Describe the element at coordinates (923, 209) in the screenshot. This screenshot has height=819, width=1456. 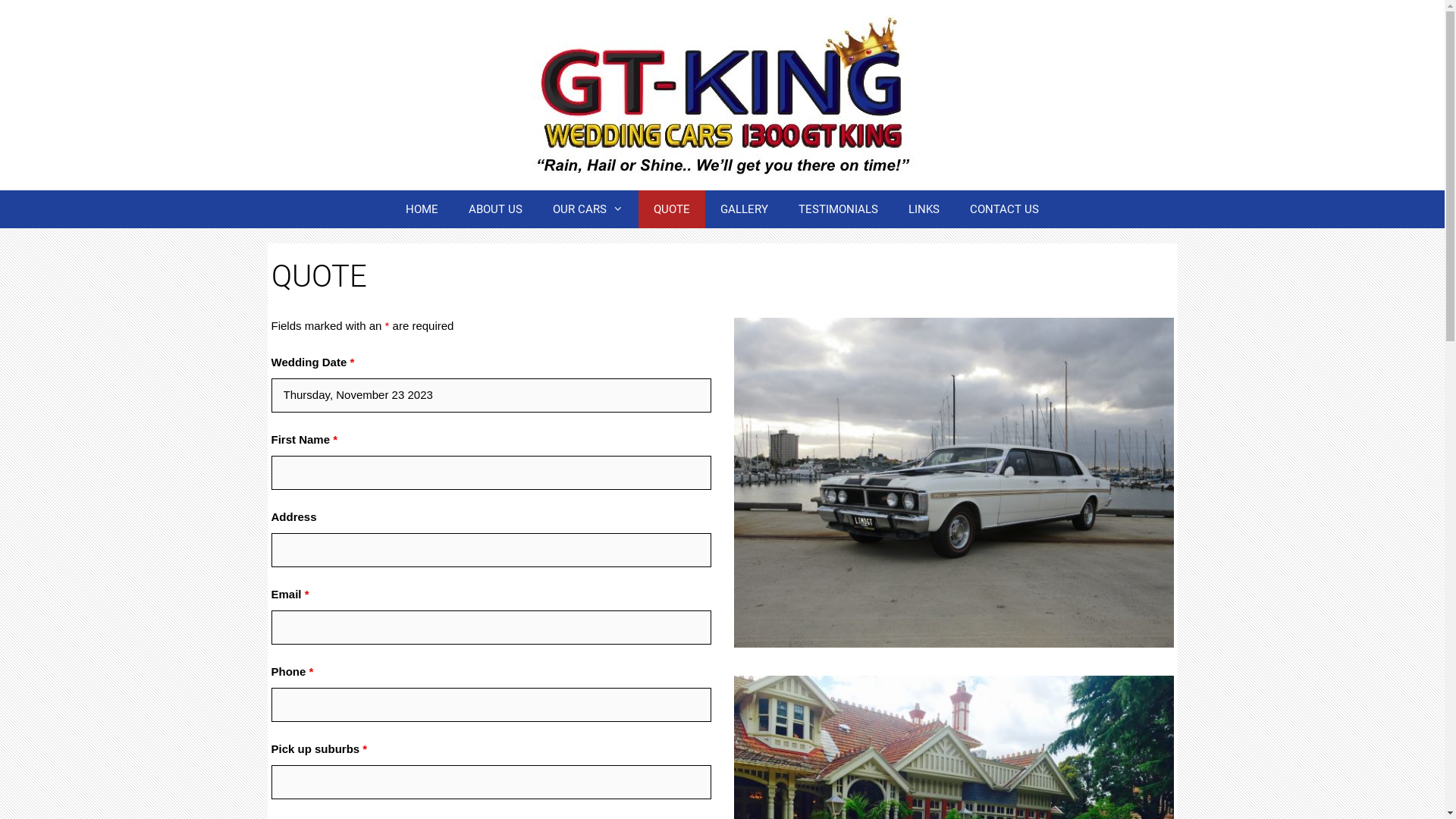
I see `'LINKS'` at that location.